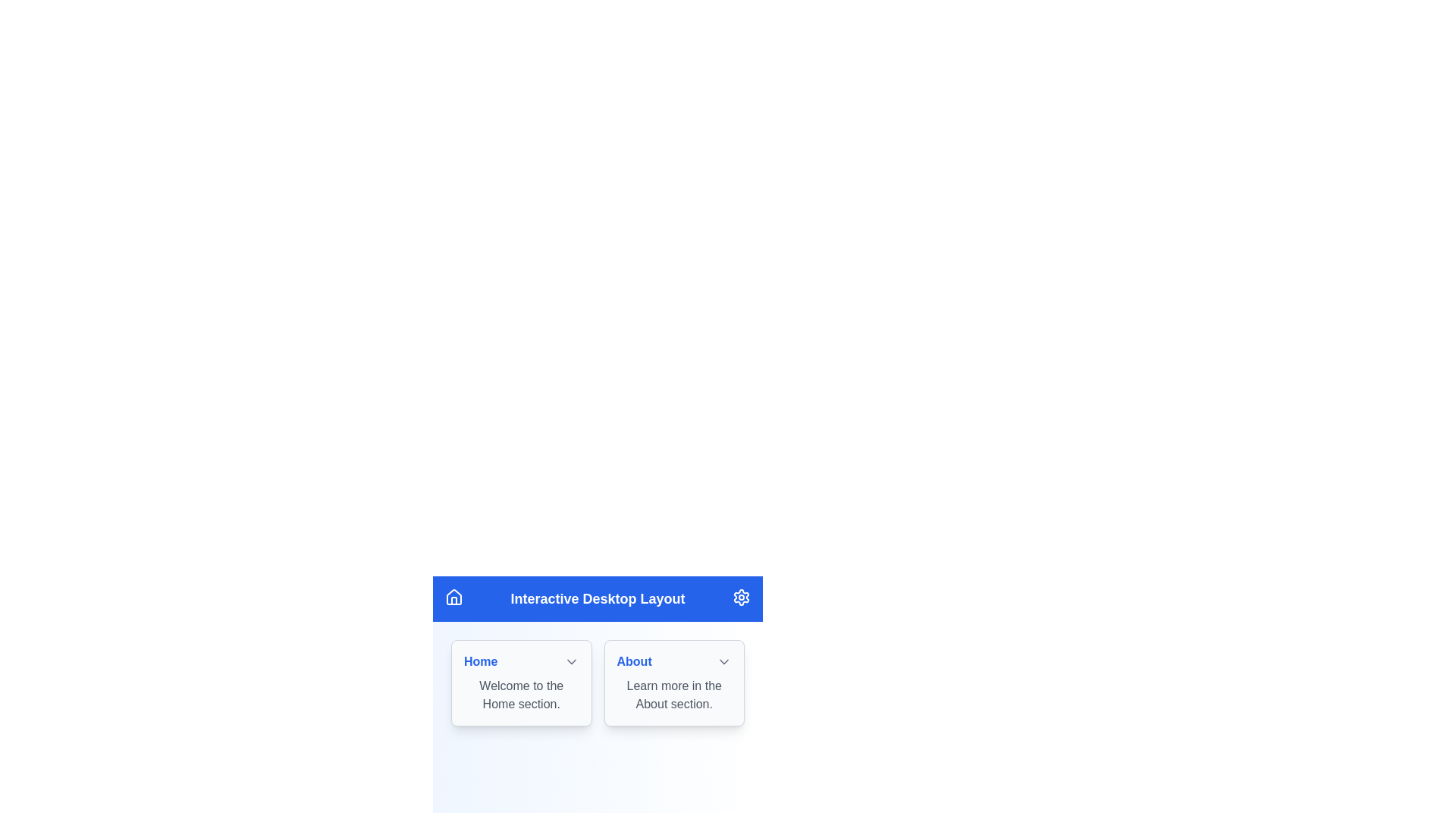  Describe the element at coordinates (453, 596) in the screenshot. I see `the home button icon located in the top-left corner of the blue horizontal bar` at that location.